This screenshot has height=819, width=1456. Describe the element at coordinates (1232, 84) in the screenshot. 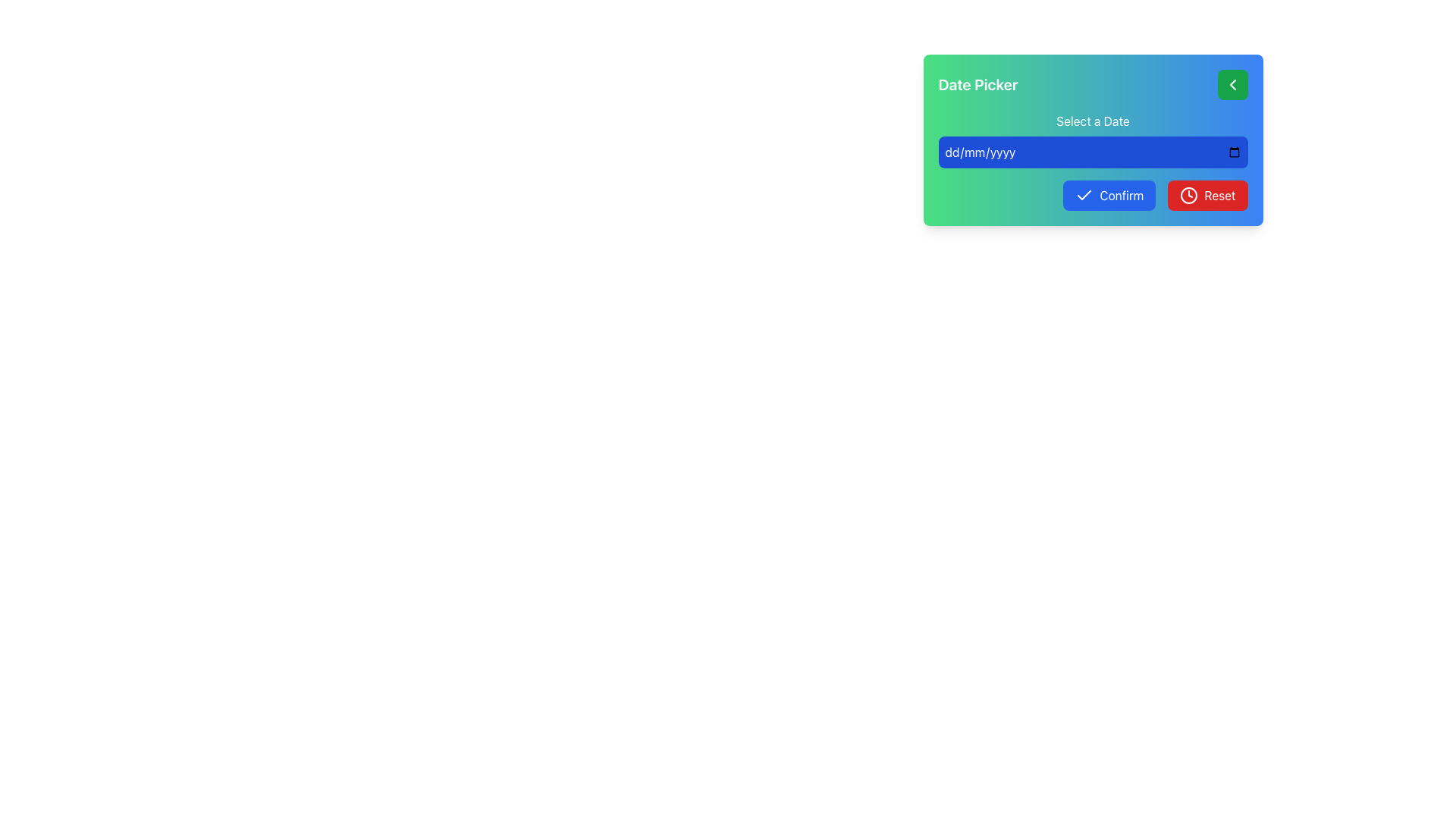

I see `the leftward chevron arrow SVG icon with a green circular background located in the top-right corner of the card UI` at that location.